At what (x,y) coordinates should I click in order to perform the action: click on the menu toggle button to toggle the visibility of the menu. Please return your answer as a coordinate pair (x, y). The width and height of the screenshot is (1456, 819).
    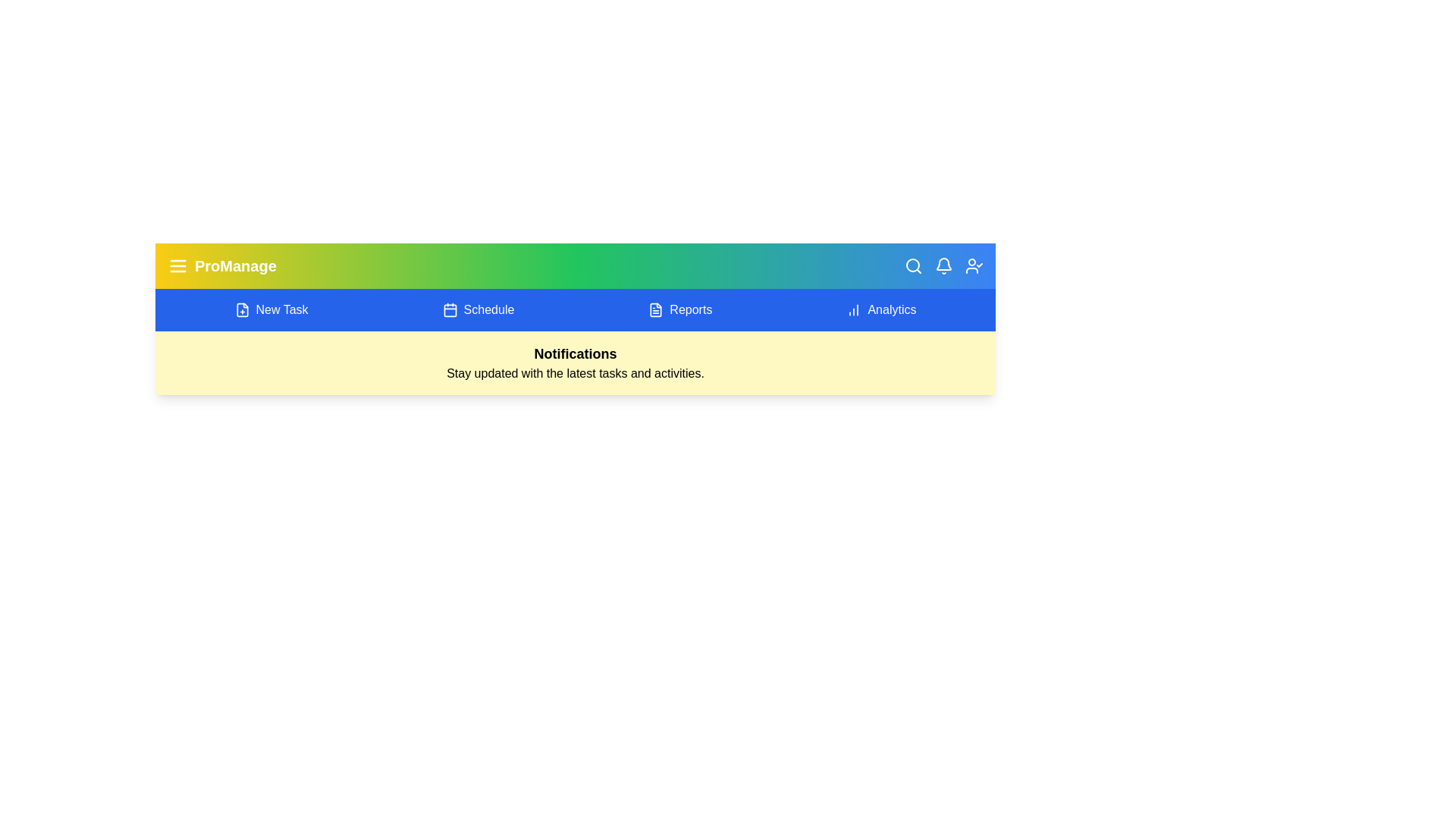
    Looking at the image, I should click on (178, 265).